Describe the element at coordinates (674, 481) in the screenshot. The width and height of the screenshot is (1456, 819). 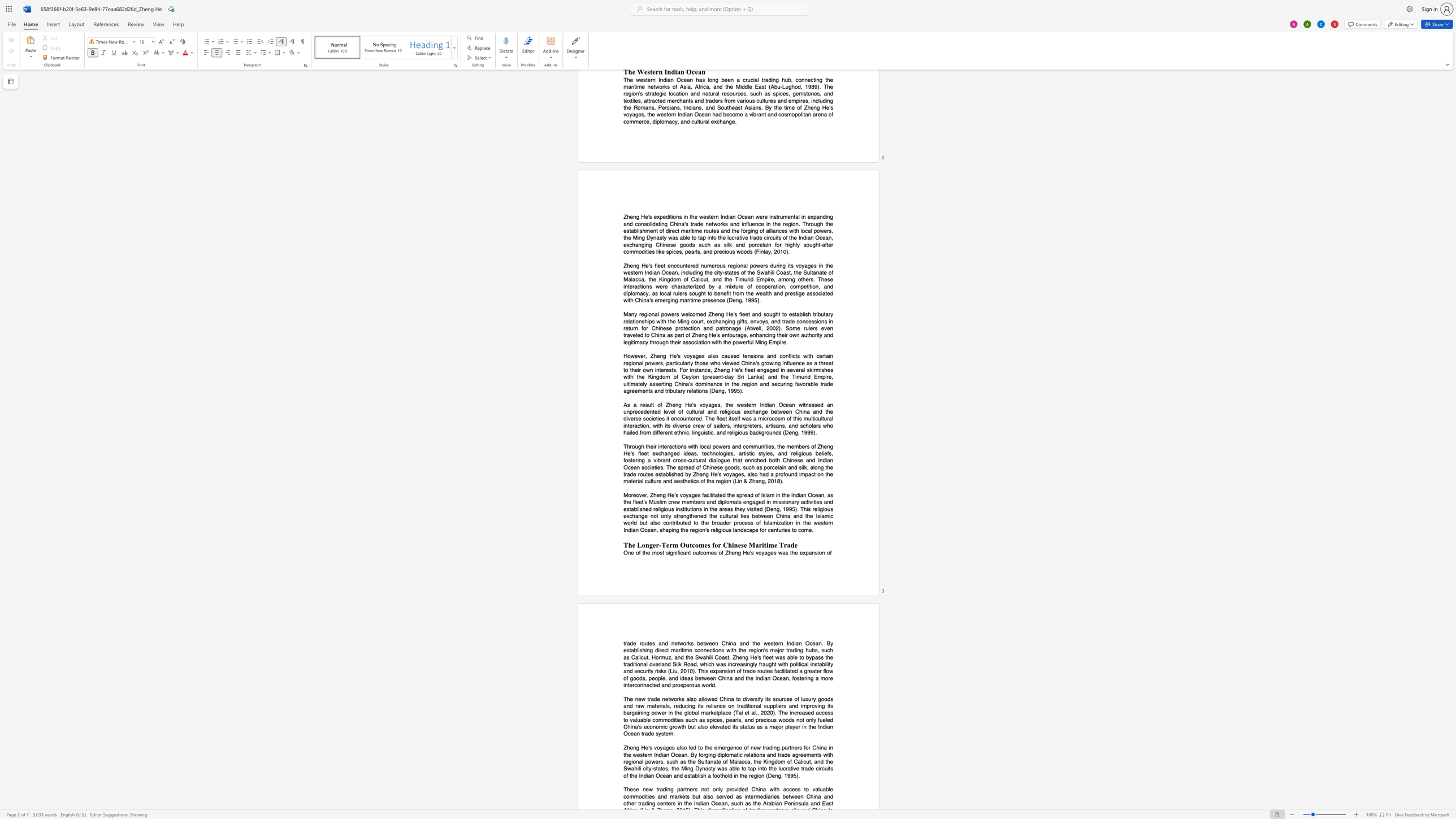
I see `the subset text "aesthe" within the text "by Zheng He"` at that location.